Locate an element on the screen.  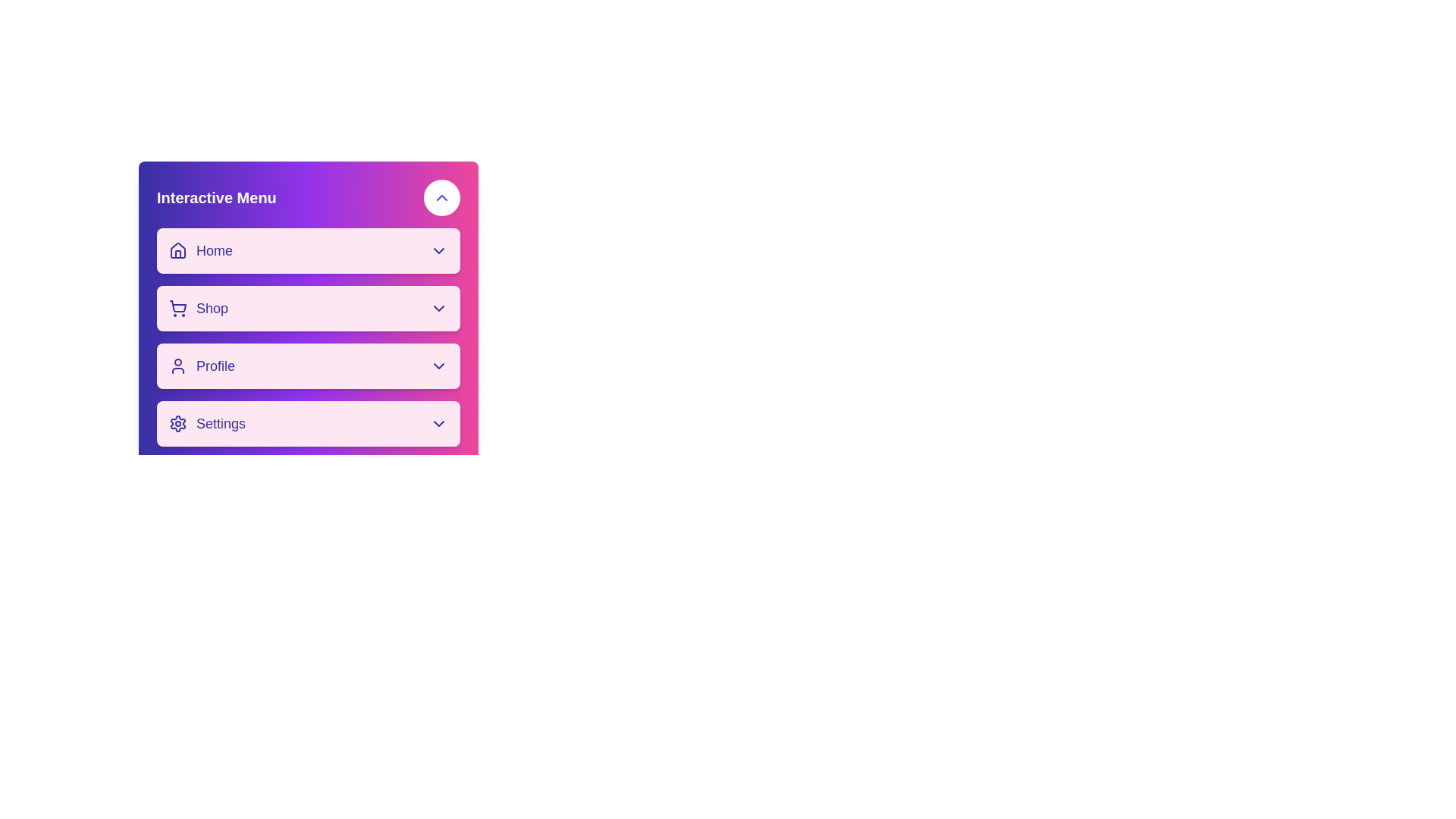
the chevron-down toggle indicator icon located at the rightmost position within the 'Profile' entry in the vertical navigation list is located at coordinates (438, 366).